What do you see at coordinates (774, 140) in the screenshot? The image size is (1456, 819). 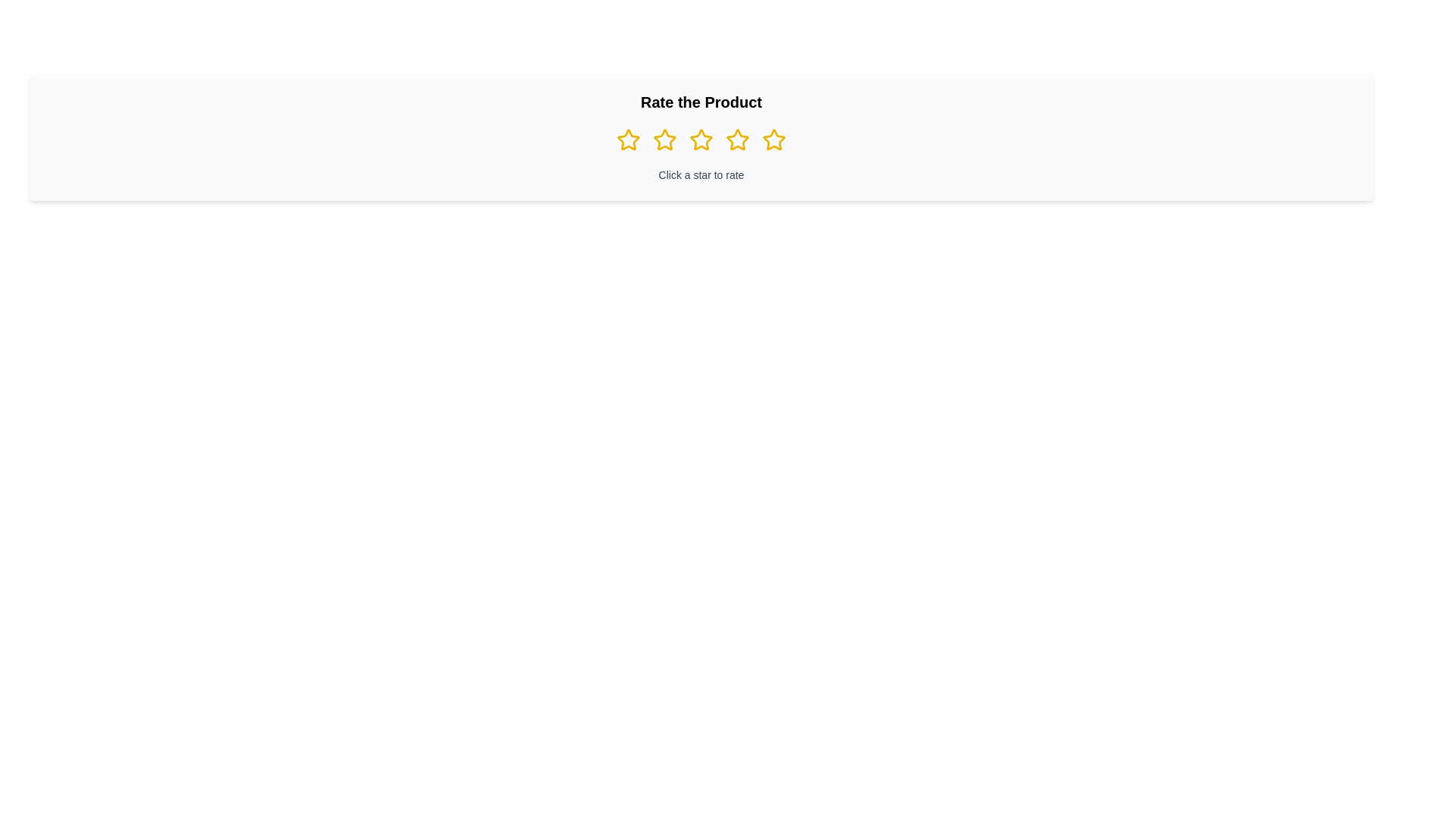 I see `the fifth star icon in the horizontal rating system` at bounding box center [774, 140].